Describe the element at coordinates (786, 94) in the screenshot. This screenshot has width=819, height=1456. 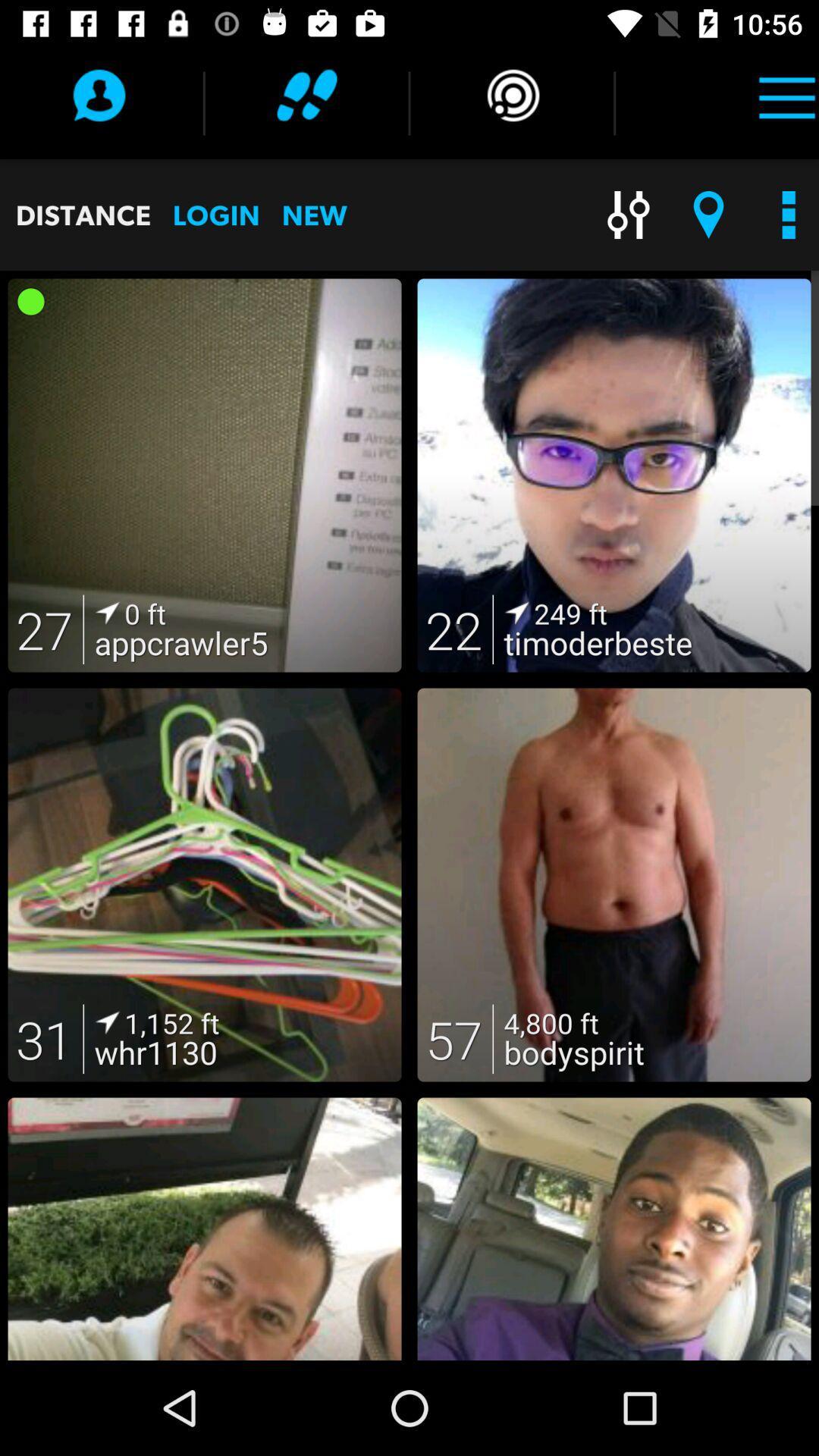
I see `menu` at that location.